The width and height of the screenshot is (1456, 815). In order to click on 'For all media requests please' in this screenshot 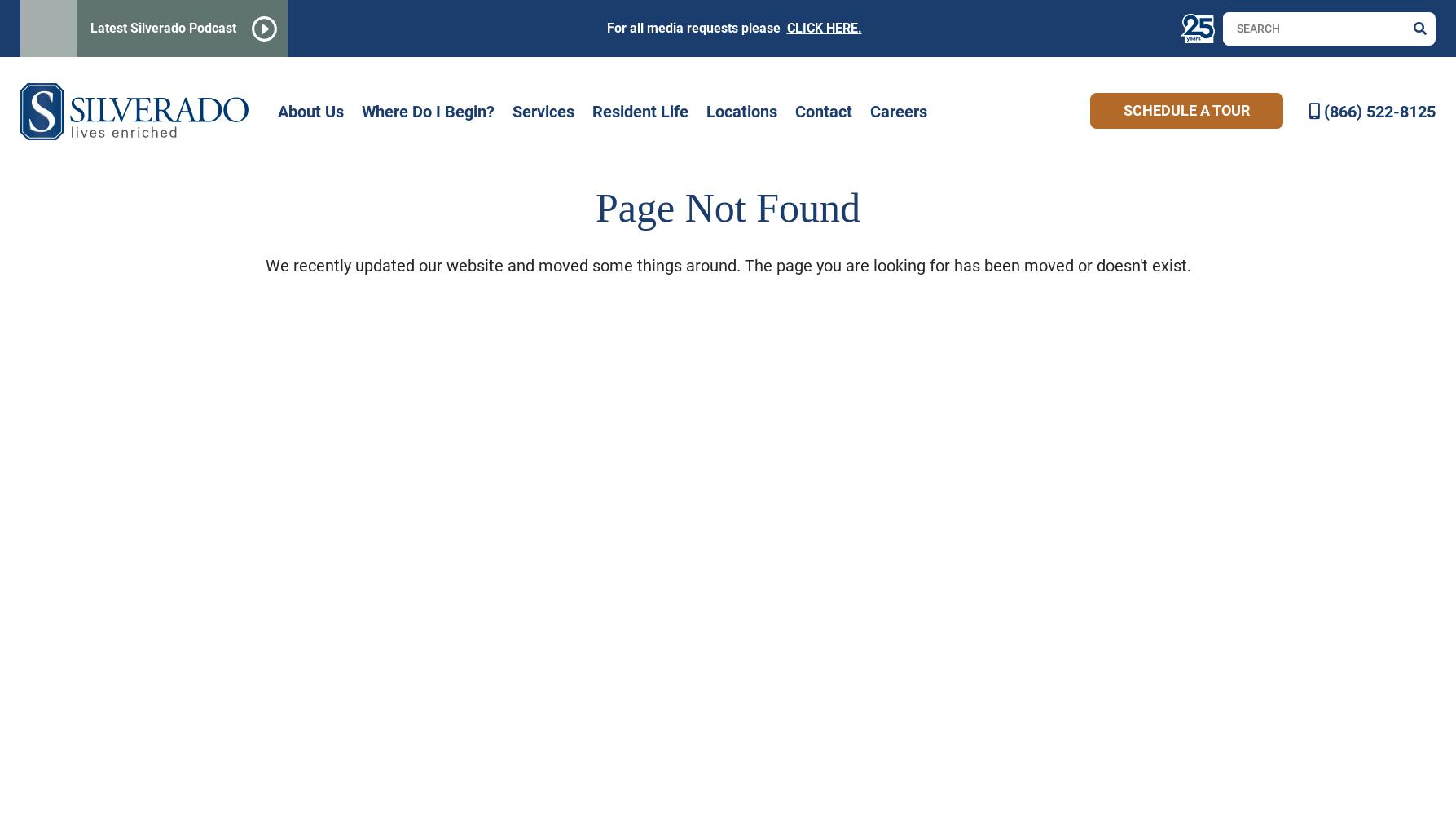, I will do `click(696, 28)`.